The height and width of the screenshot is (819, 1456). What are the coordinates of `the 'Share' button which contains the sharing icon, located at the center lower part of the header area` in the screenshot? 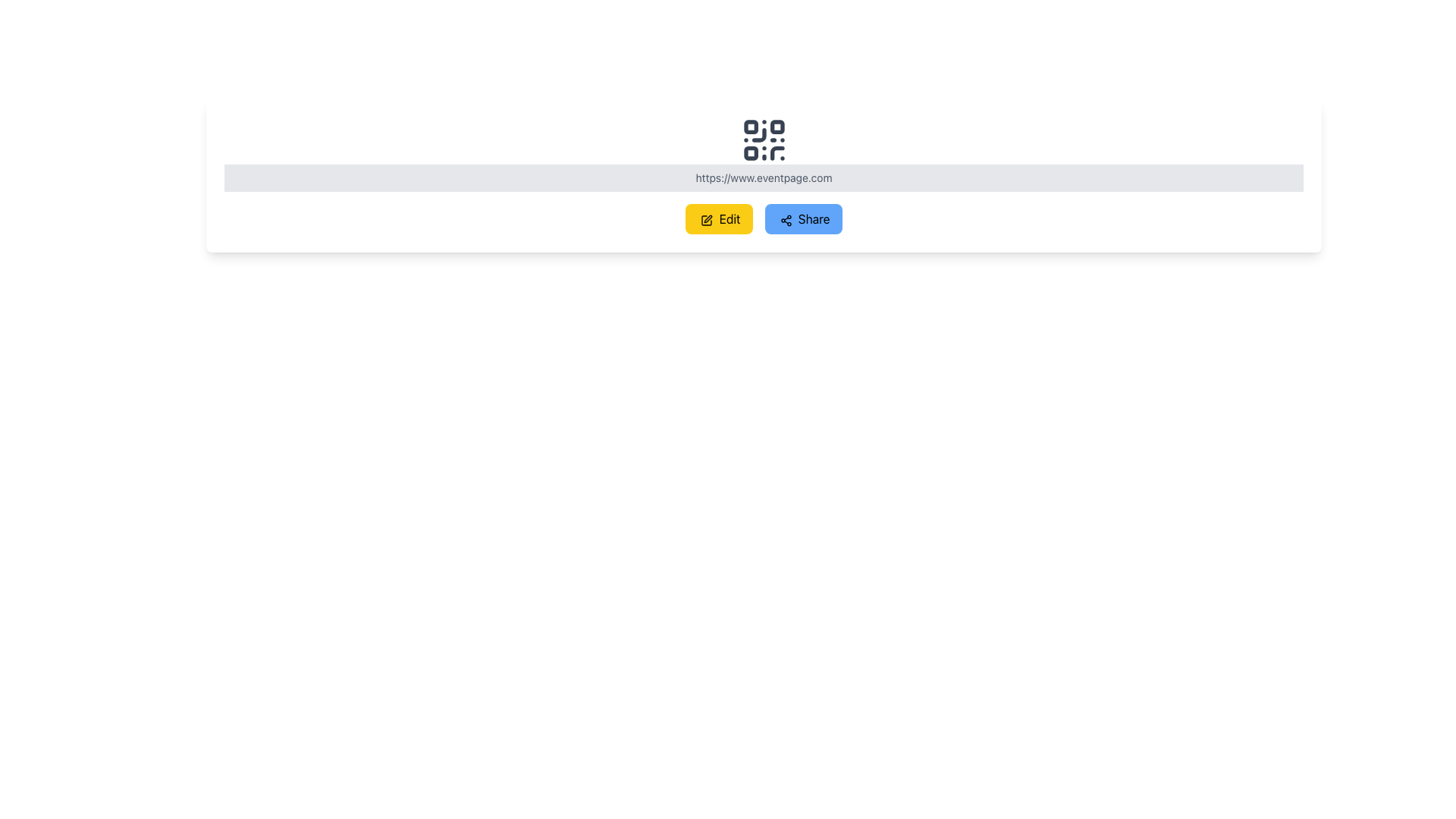 It's located at (786, 220).